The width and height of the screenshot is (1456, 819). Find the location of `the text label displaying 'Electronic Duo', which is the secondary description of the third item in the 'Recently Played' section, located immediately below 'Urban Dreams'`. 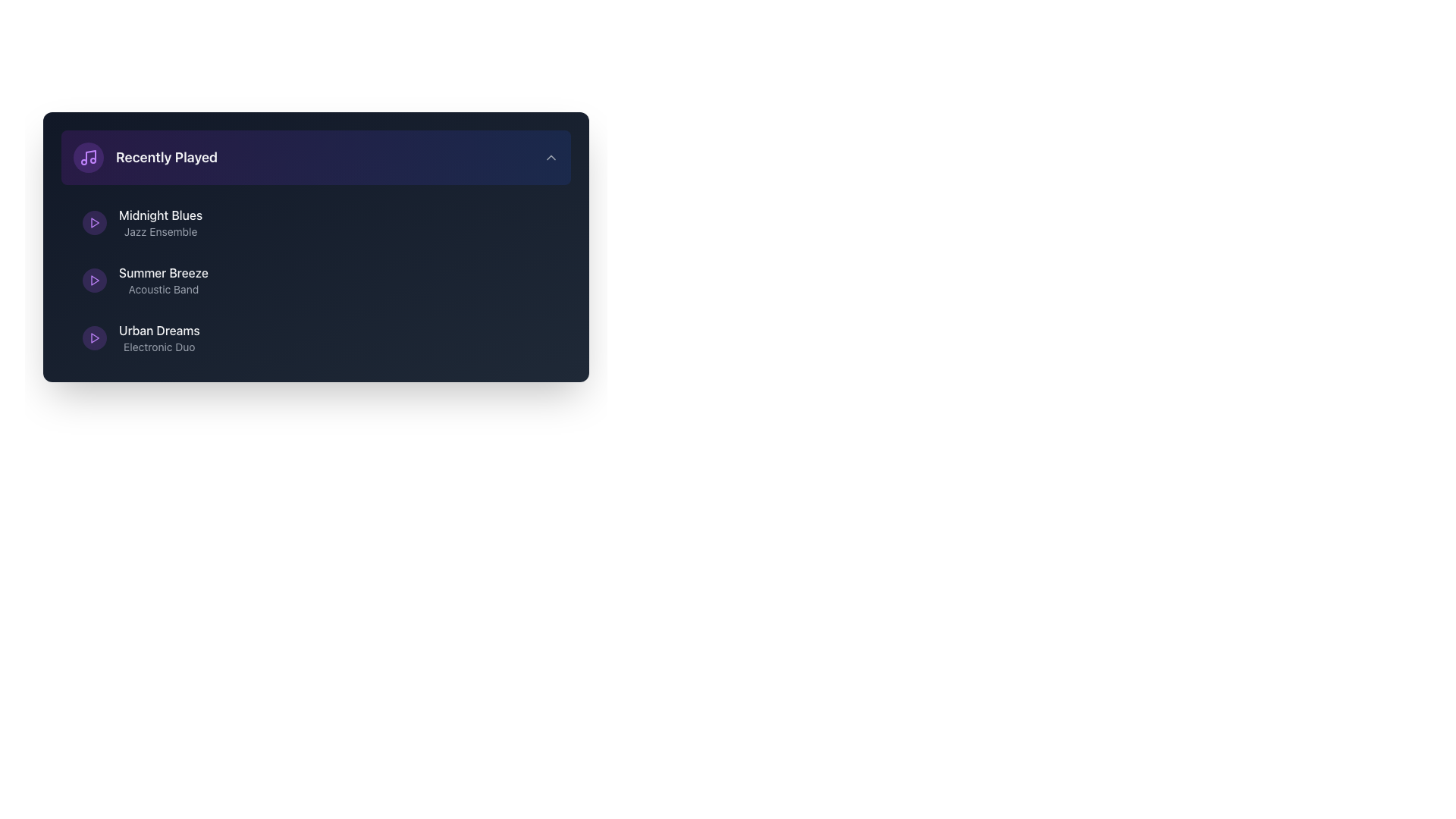

the text label displaying 'Electronic Duo', which is the secondary description of the third item in the 'Recently Played' section, located immediately below 'Urban Dreams' is located at coordinates (159, 347).